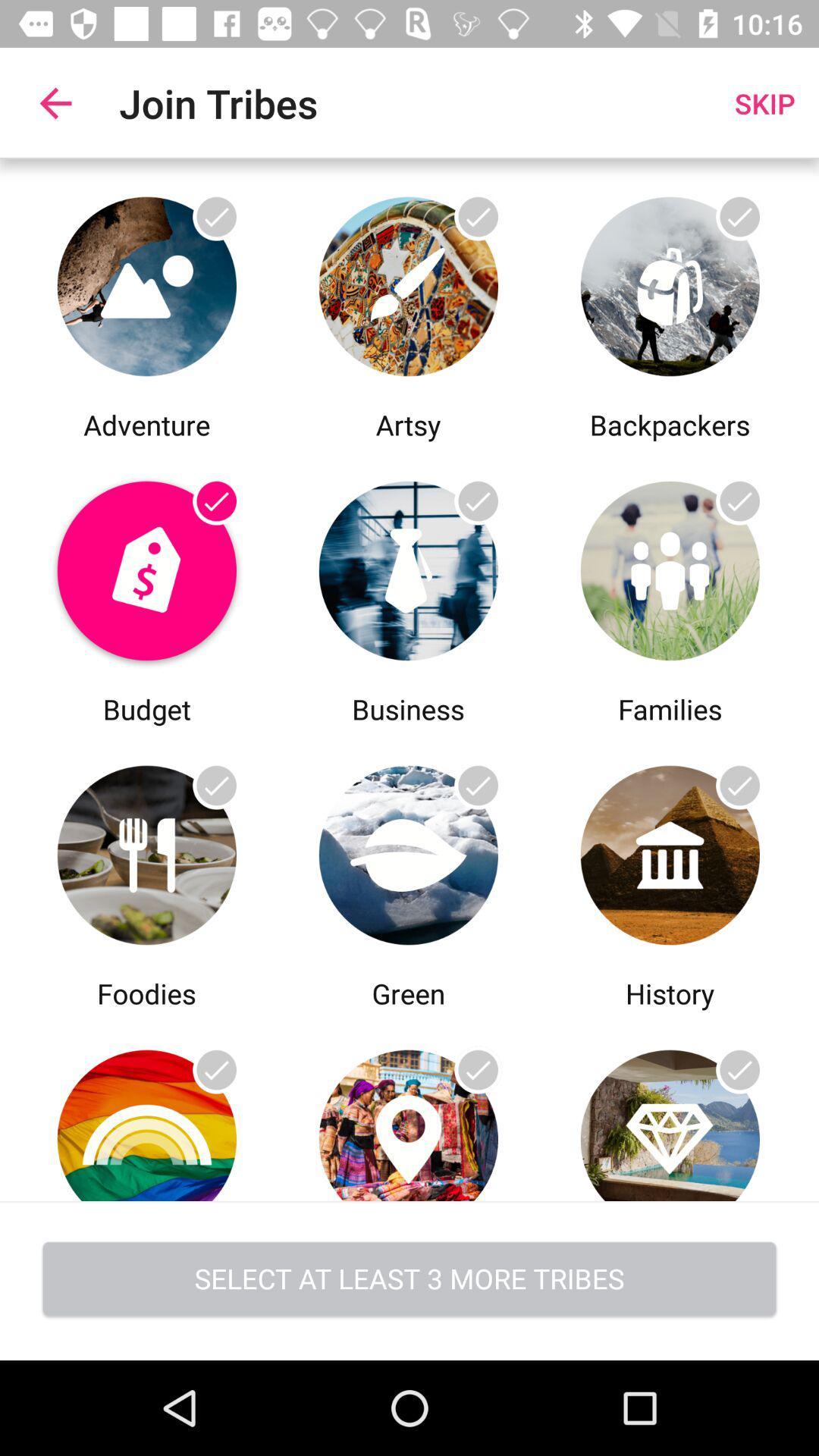 The height and width of the screenshot is (1456, 819). I want to click on business category, so click(407, 566).